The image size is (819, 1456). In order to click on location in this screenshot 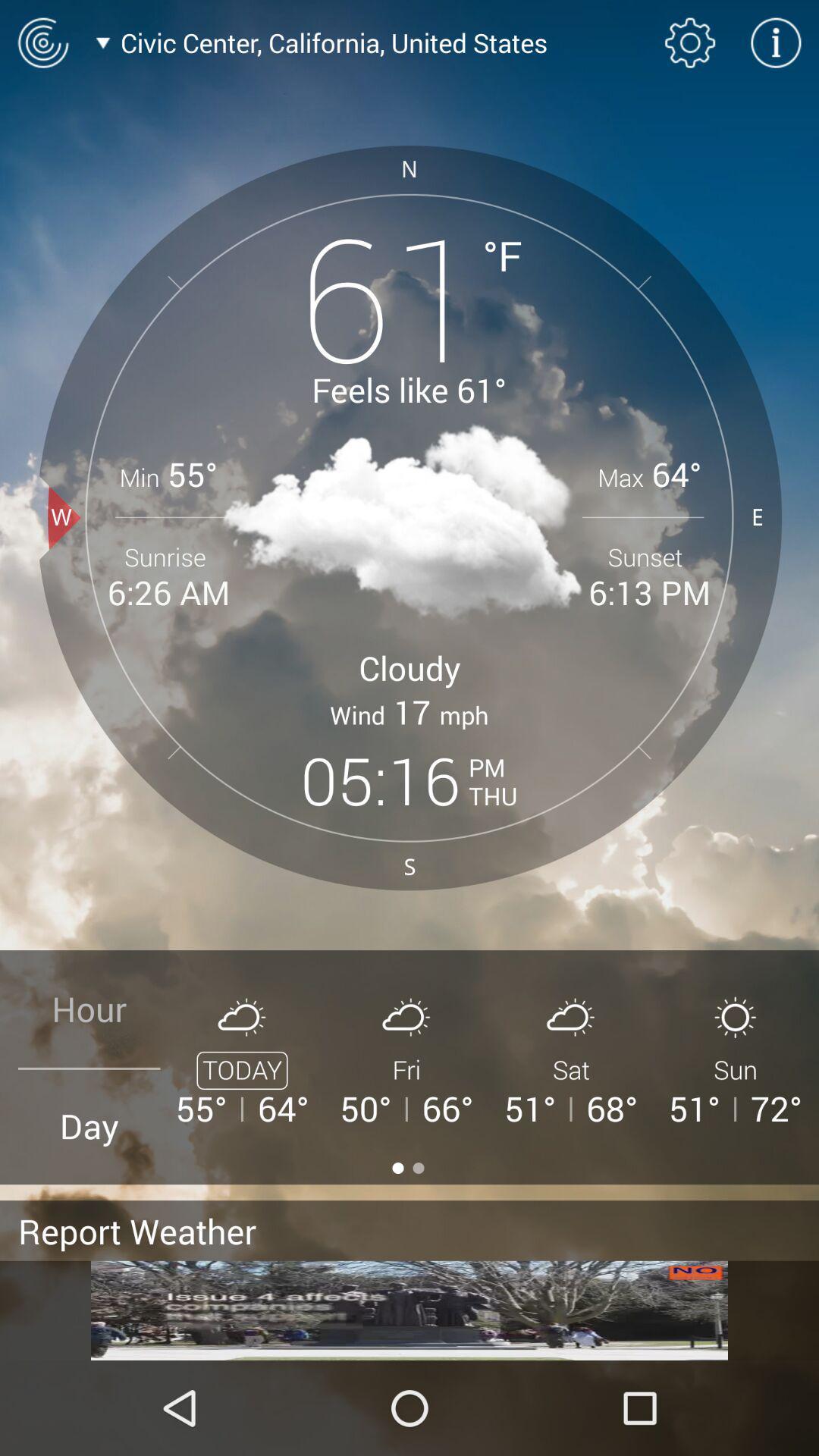, I will do `click(42, 42)`.